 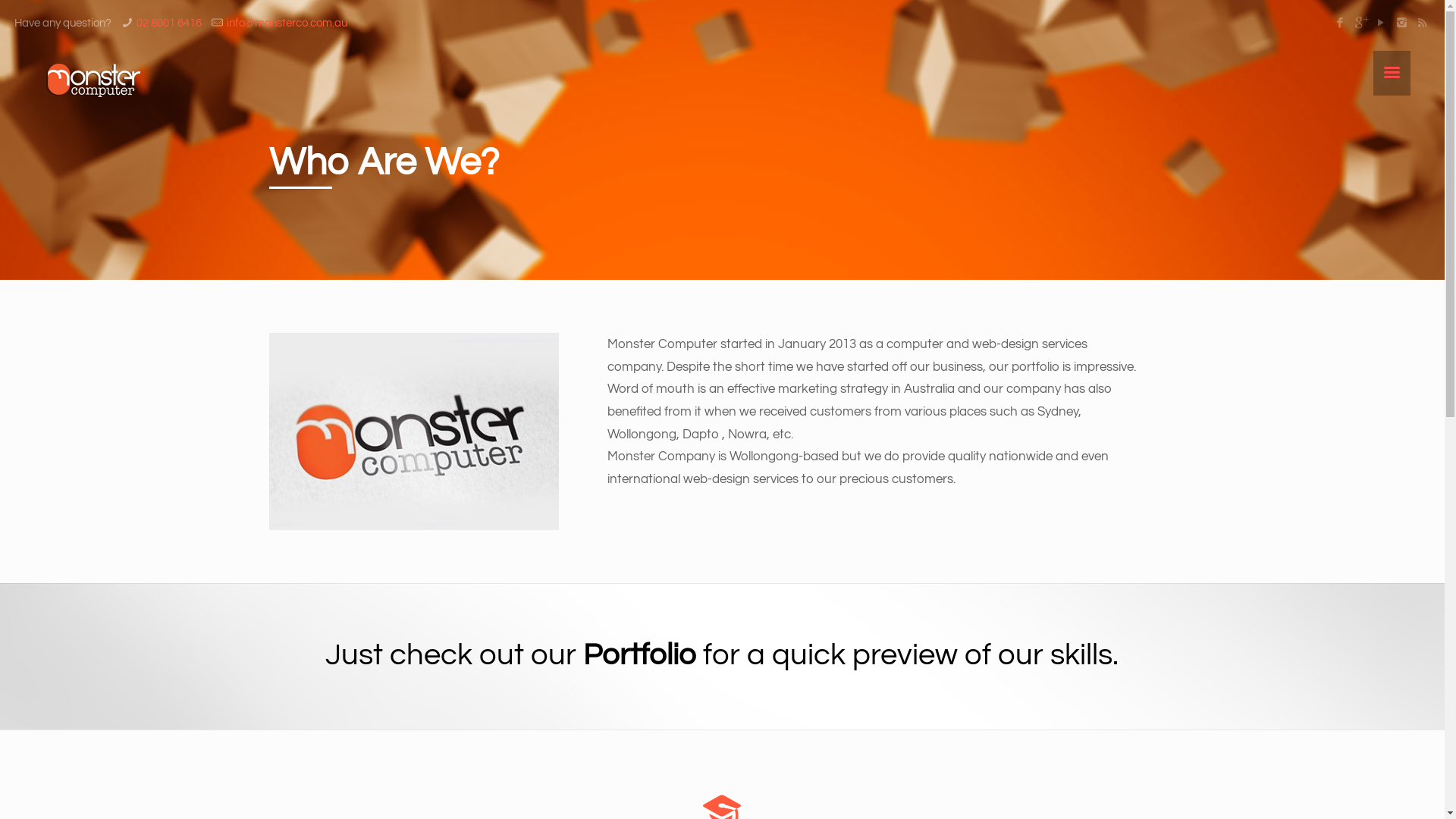 What do you see at coordinates (1401, 23) in the screenshot?
I see `'Instagram'` at bounding box center [1401, 23].